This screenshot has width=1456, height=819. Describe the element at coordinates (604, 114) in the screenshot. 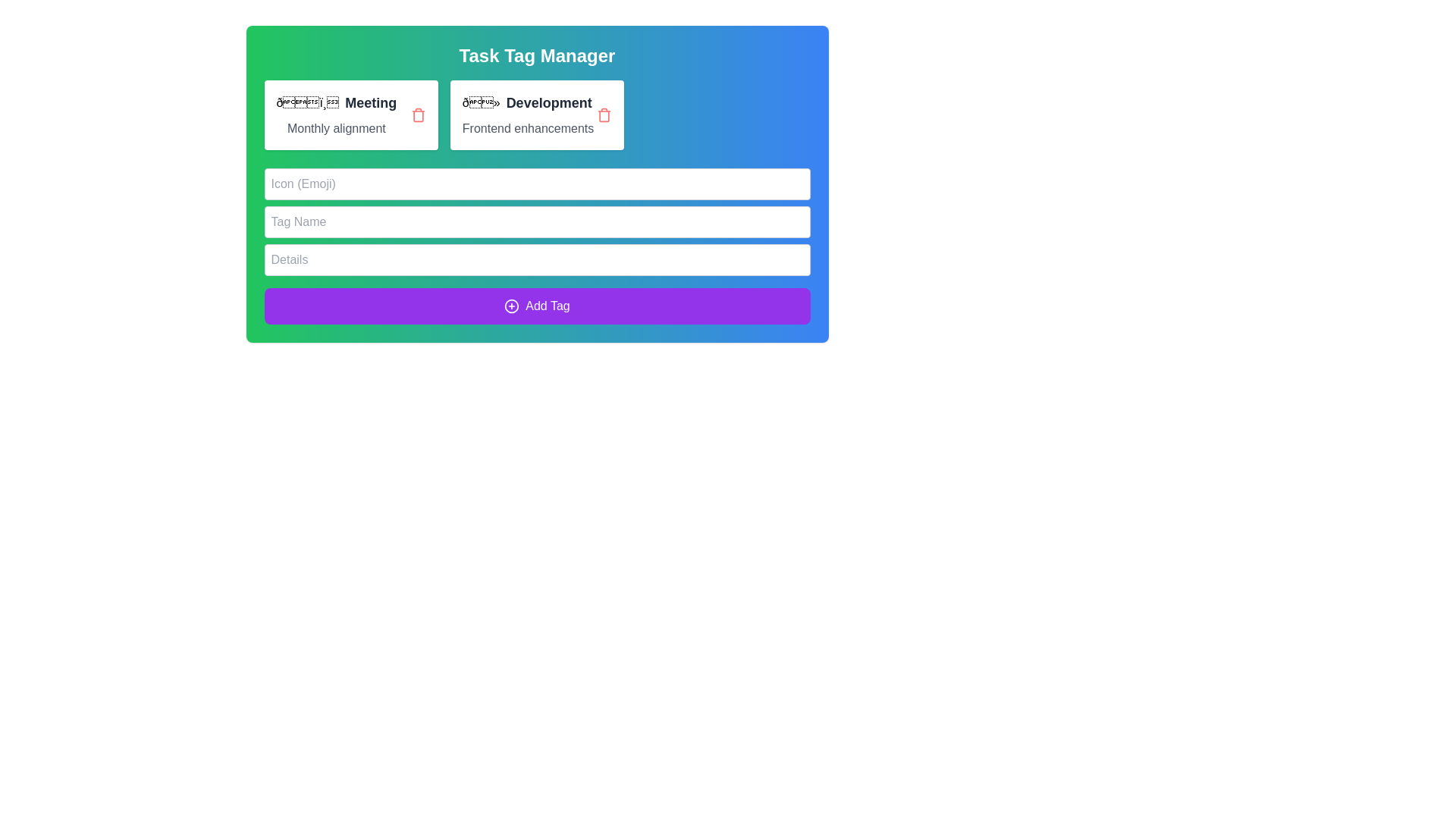

I see `the interactive red trash bin icon located at the top-right corner of the panel for 'Development' and 'Frontend enhancements'` at that location.